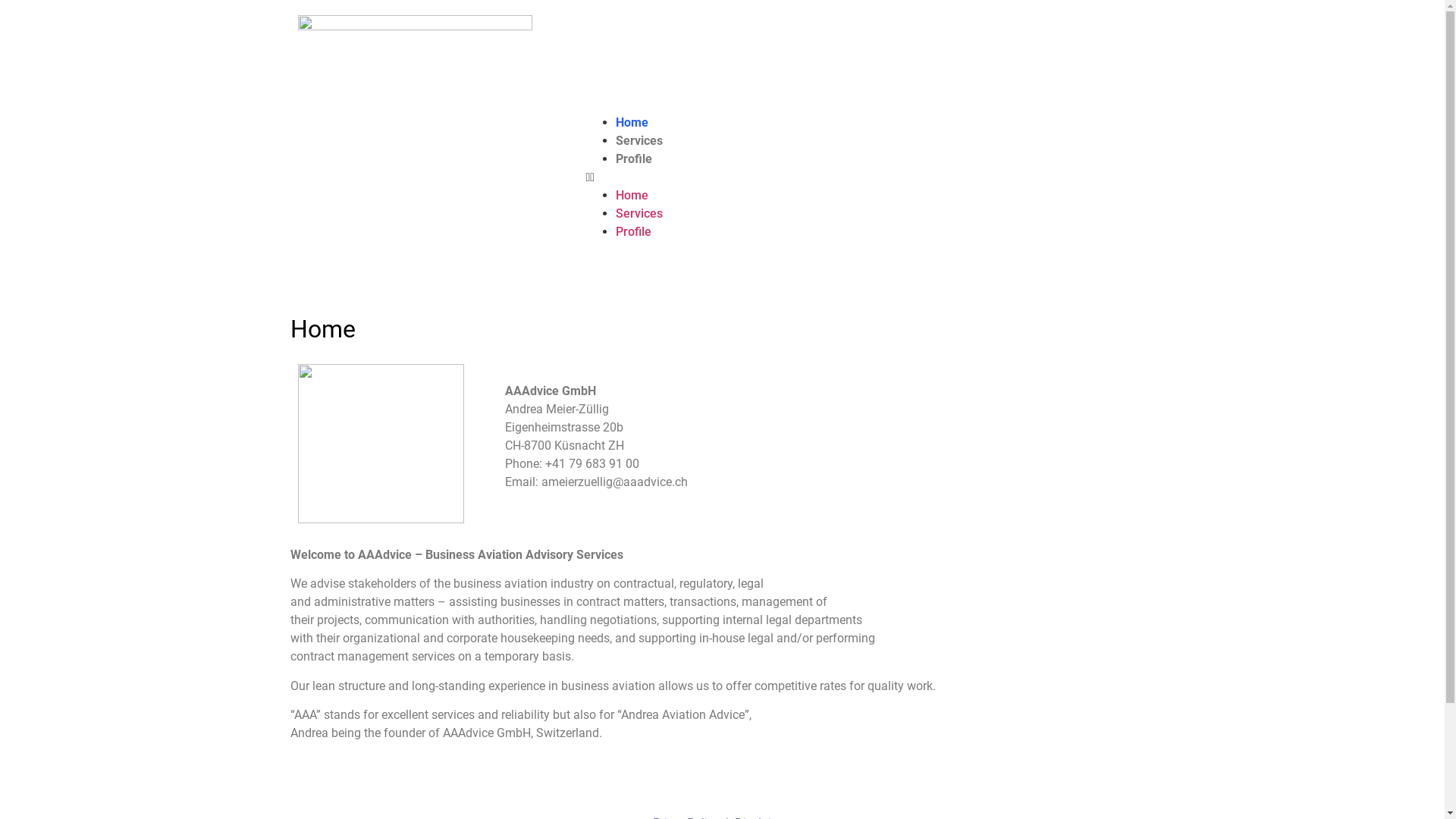 This screenshot has height=819, width=1456. I want to click on 'Services', so click(639, 213).